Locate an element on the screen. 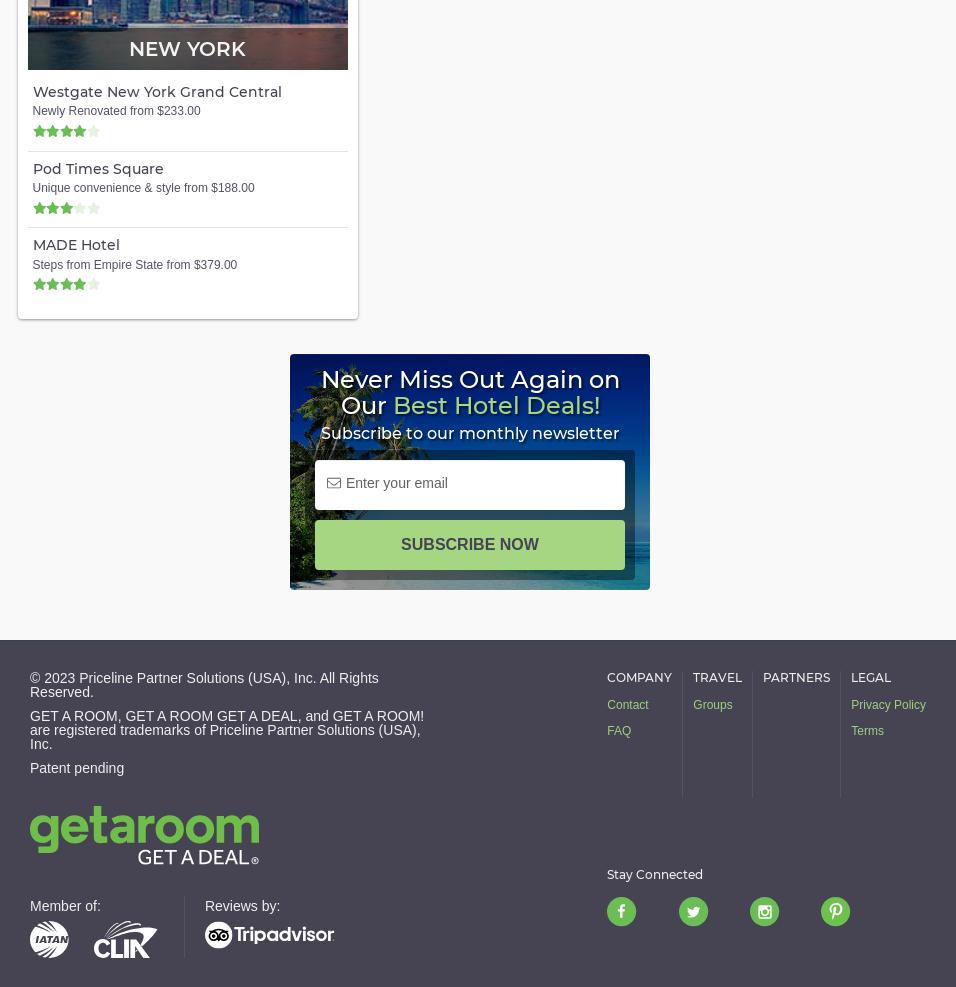 The image size is (956, 987). 'Groups' is located at coordinates (712, 704).